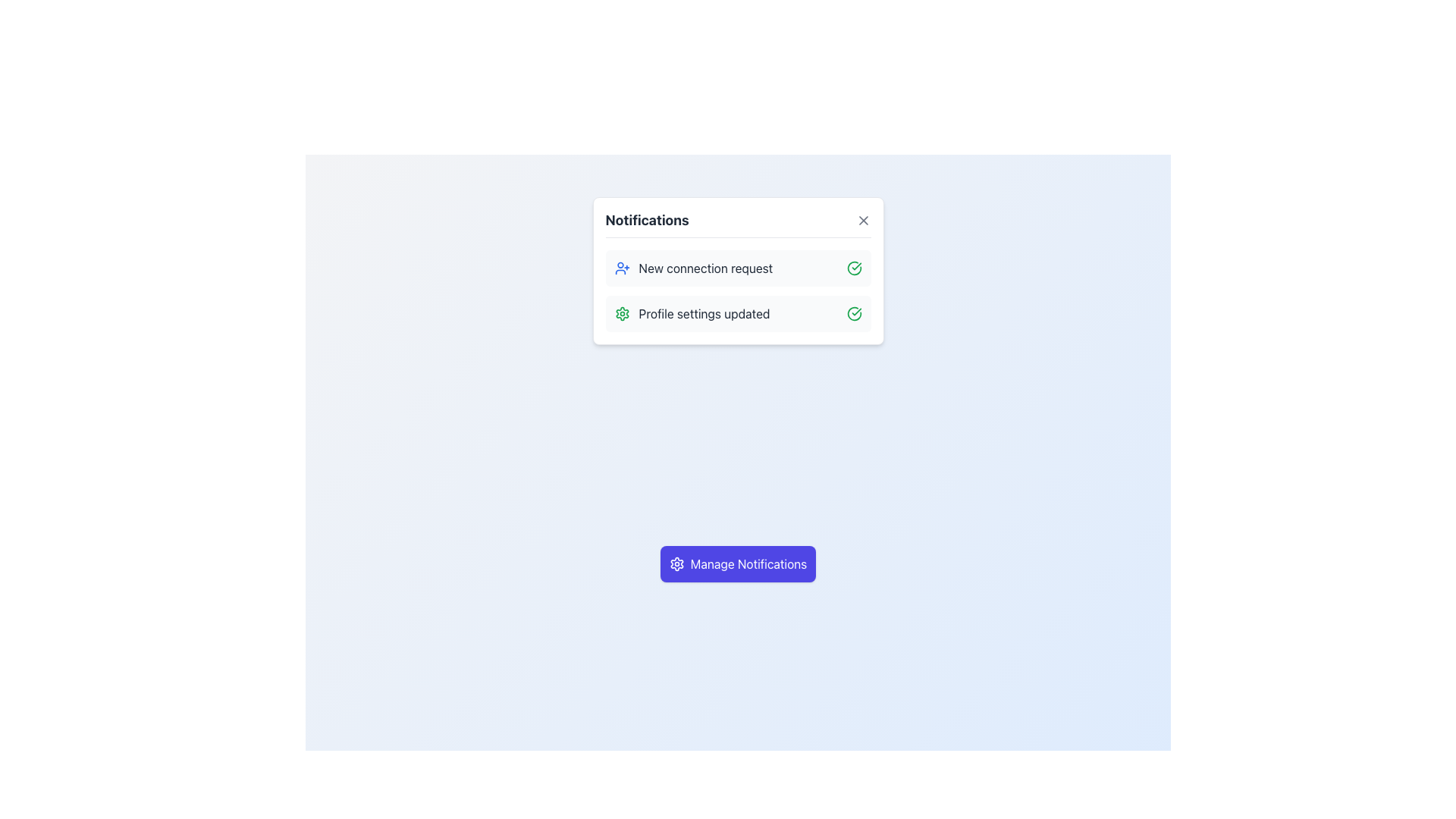 The height and width of the screenshot is (819, 1456). I want to click on the close button ("X" icon) in the upper-right corner of the notification panel, so click(863, 220).